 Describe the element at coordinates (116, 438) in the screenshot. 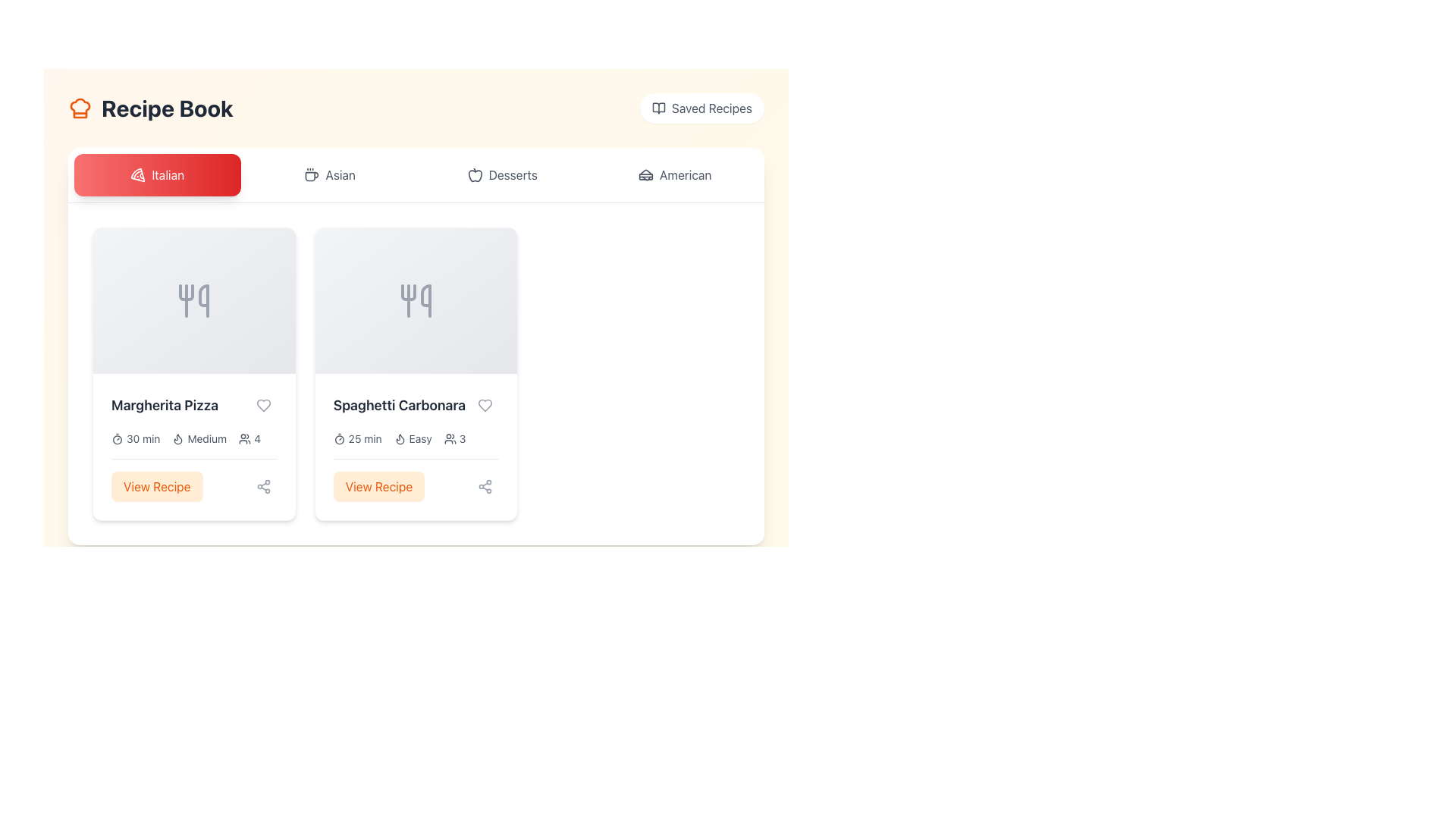

I see `the cooking duration icon located in the first recipe card under the 'Italian' category, positioned at the leftmost side of the horizontal grouping that includes the timer icon, '30 min' text, difficulty icon, and user count icon` at that location.